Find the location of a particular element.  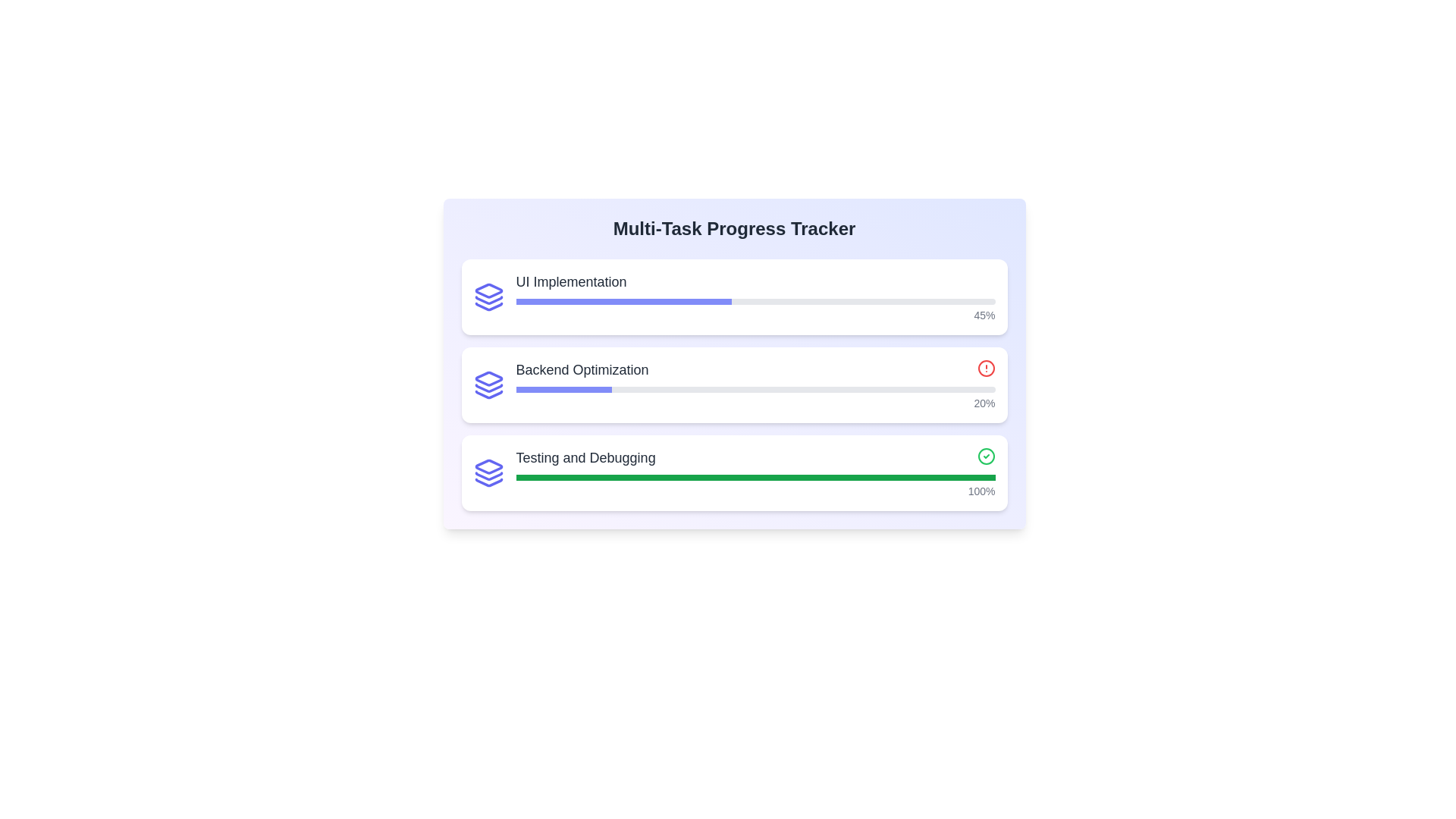

the progress bar representing the 'Testing and Debugging' task, which shows 100% completion, to interact with it if it is enabled is located at coordinates (755, 486).